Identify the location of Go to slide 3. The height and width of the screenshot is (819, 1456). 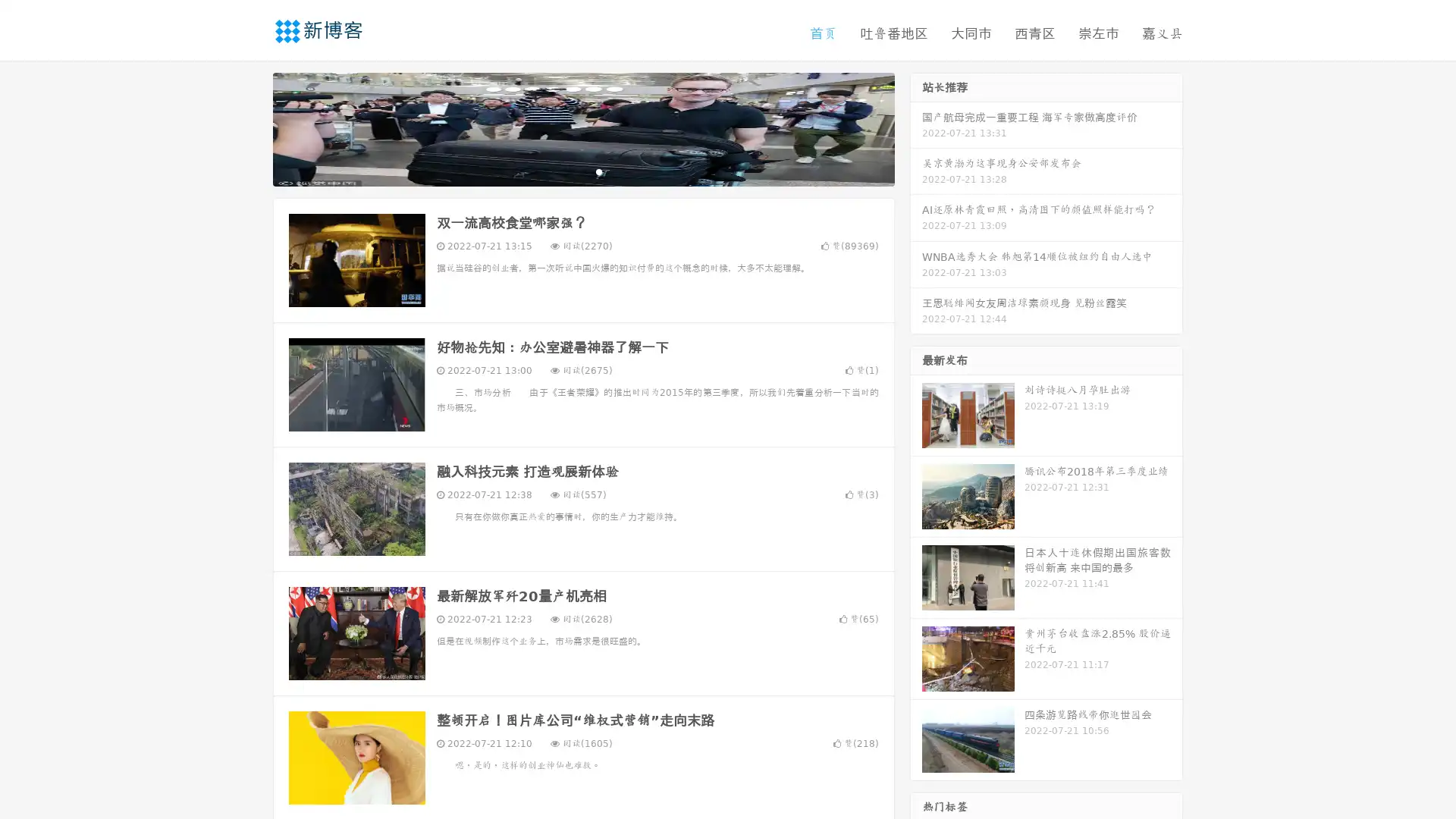
(598, 171).